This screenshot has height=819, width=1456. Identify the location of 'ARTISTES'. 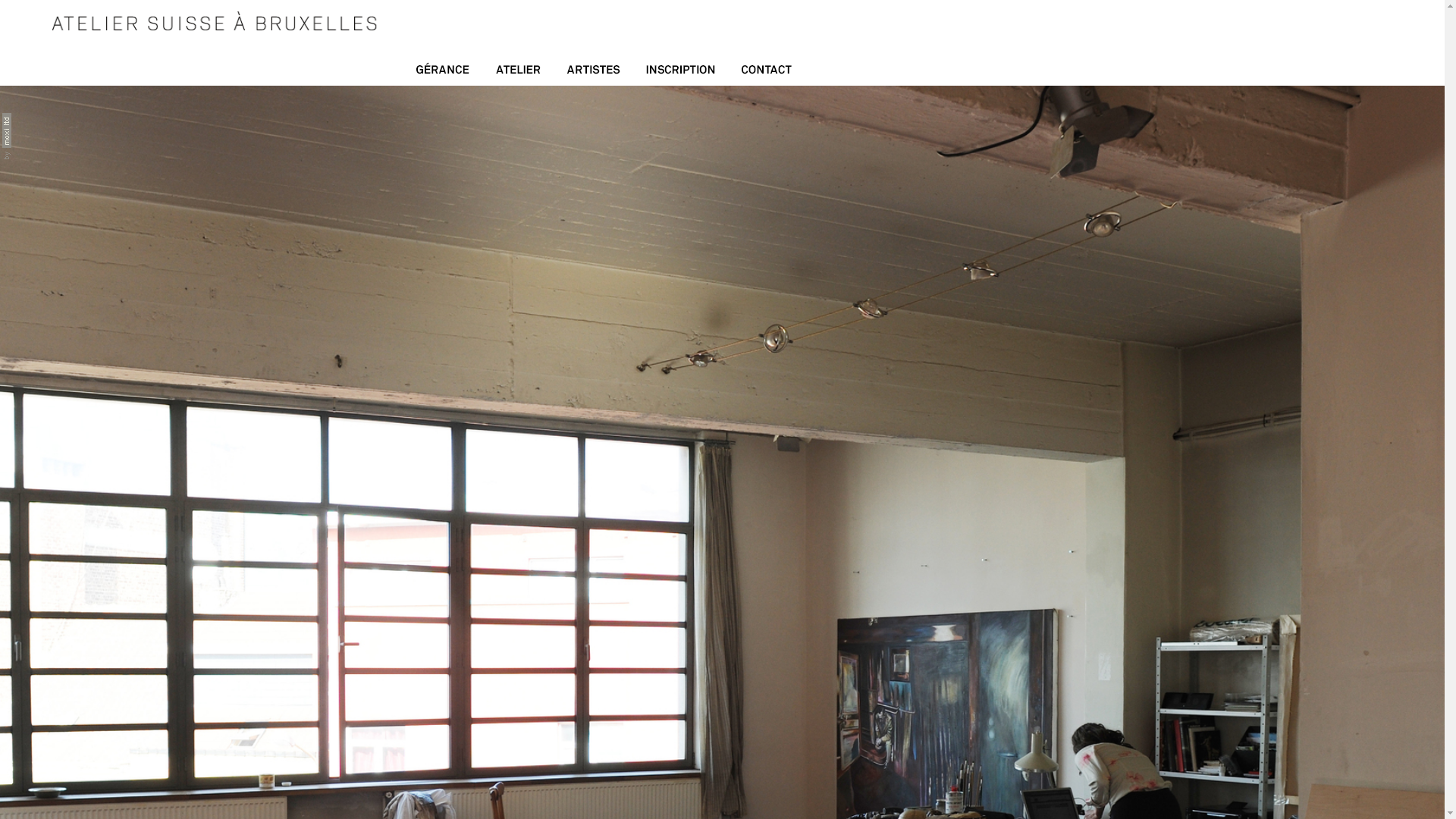
(553, 73).